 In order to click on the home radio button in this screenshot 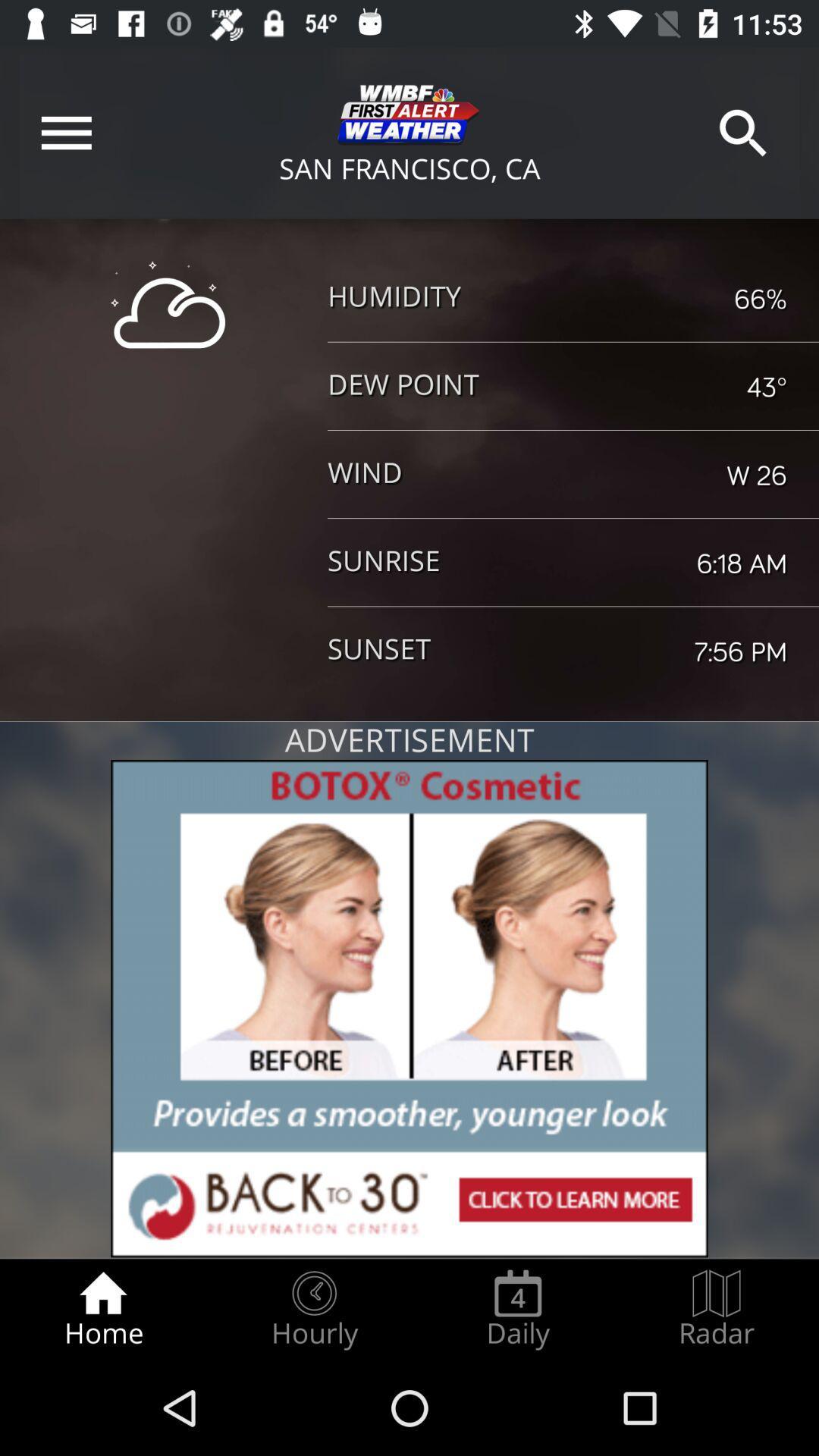, I will do `click(102, 1309)`.